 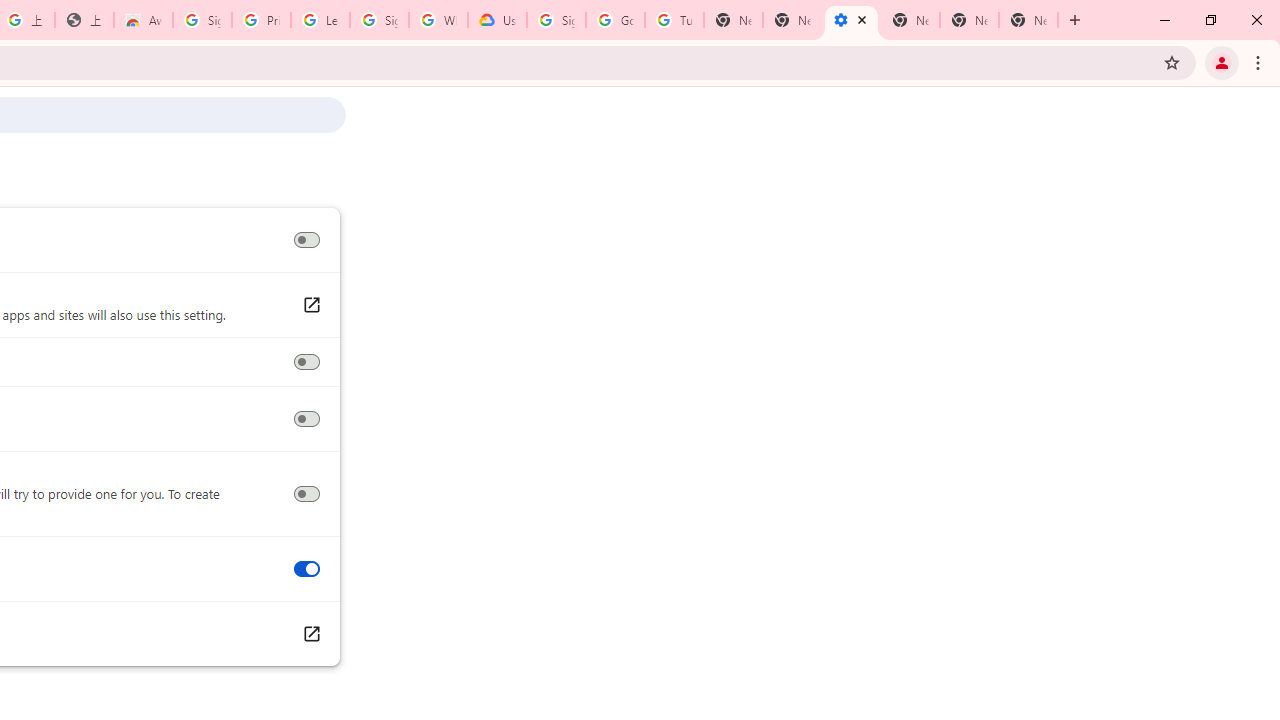 I want to click on 'Settings - Accessibility', so click(x=851, y=20).